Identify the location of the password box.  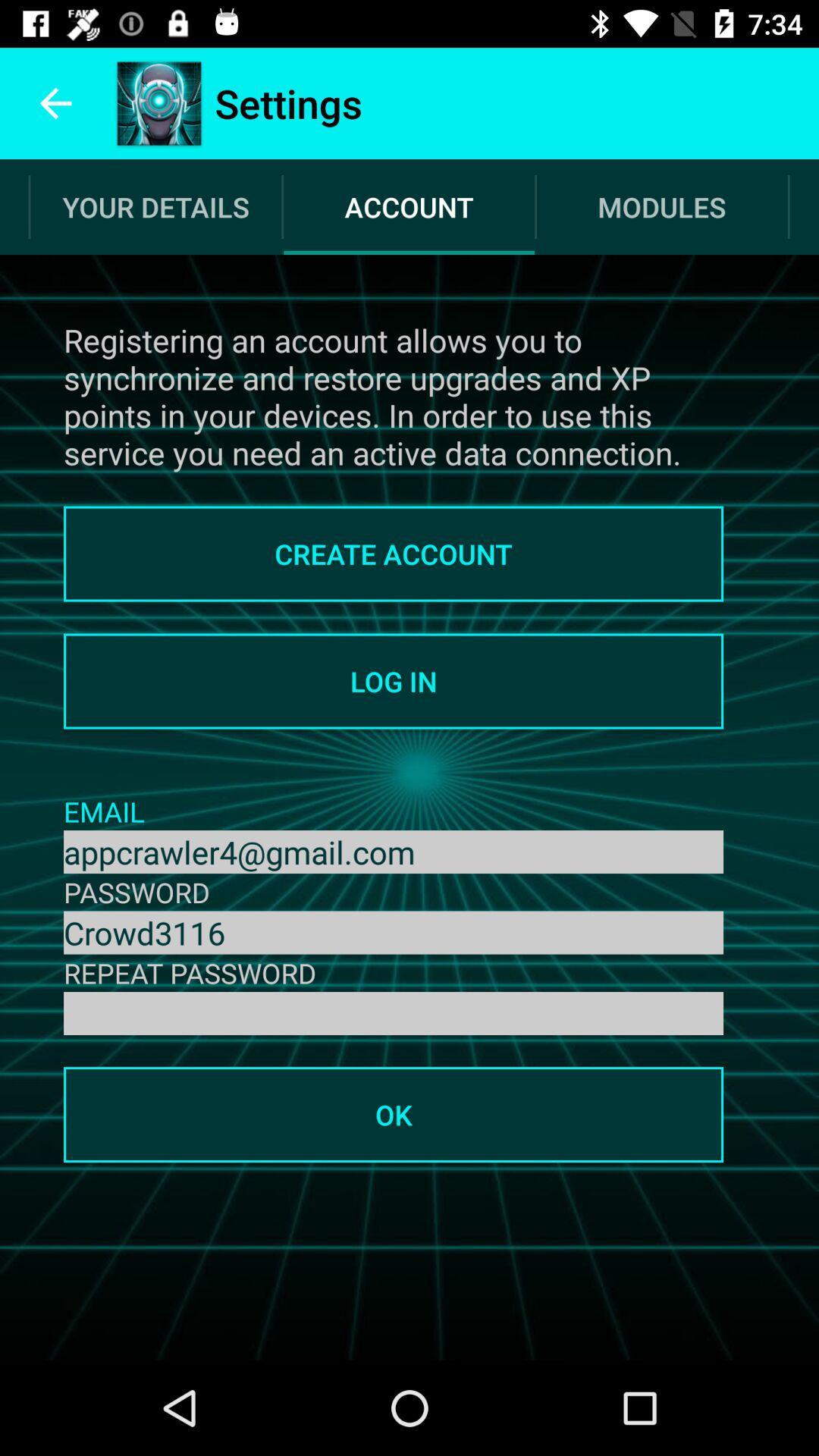
(393, 1013).